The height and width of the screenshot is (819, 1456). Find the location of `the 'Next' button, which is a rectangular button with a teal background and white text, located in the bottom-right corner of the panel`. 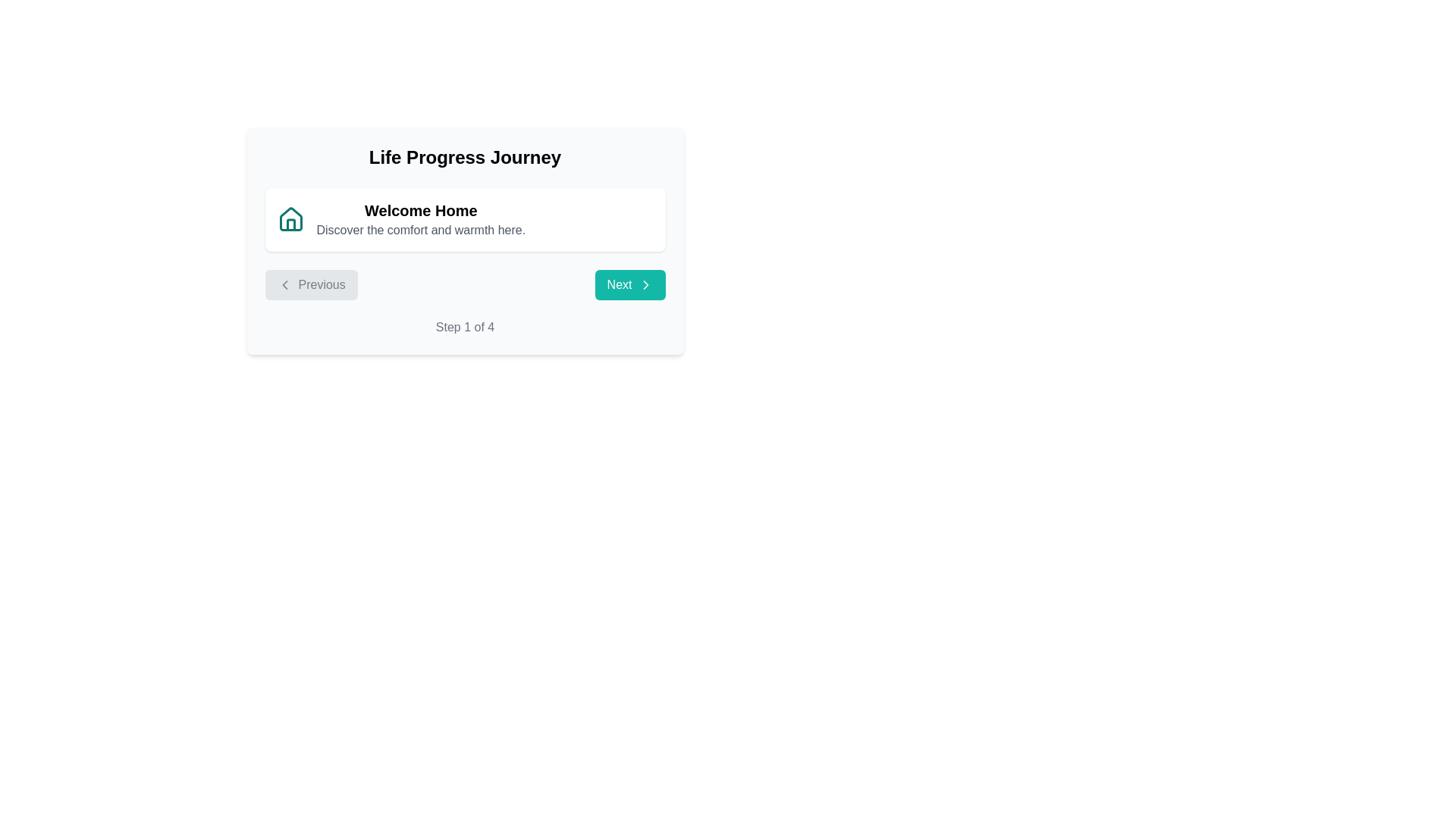

the 'Next' button, which is a rectangular button with a teal background and white text, located in the bottom-right corner of the panel is located at coordinates (629, 284).